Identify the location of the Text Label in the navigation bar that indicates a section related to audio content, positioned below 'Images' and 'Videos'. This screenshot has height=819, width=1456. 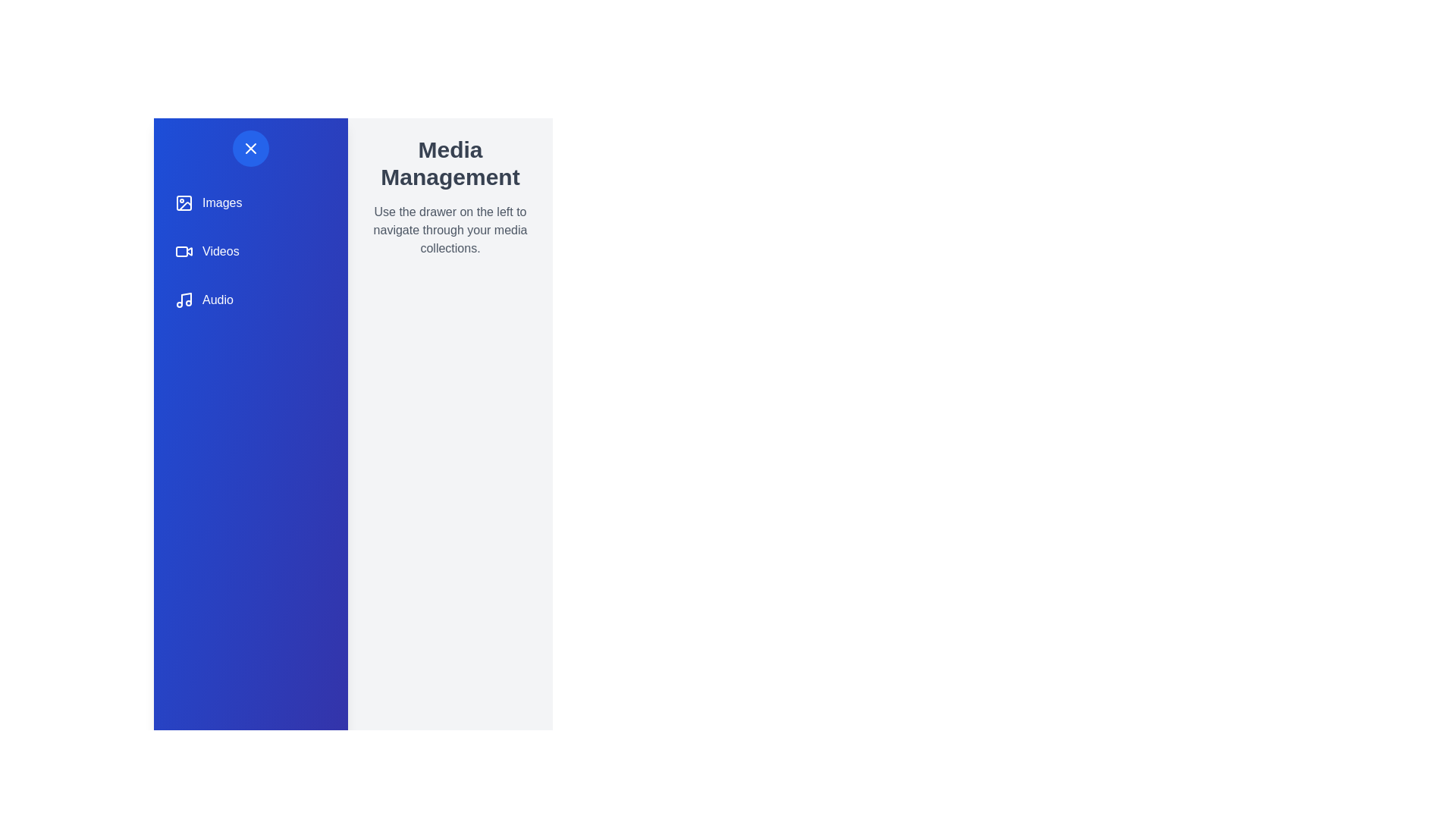
(217, 300).